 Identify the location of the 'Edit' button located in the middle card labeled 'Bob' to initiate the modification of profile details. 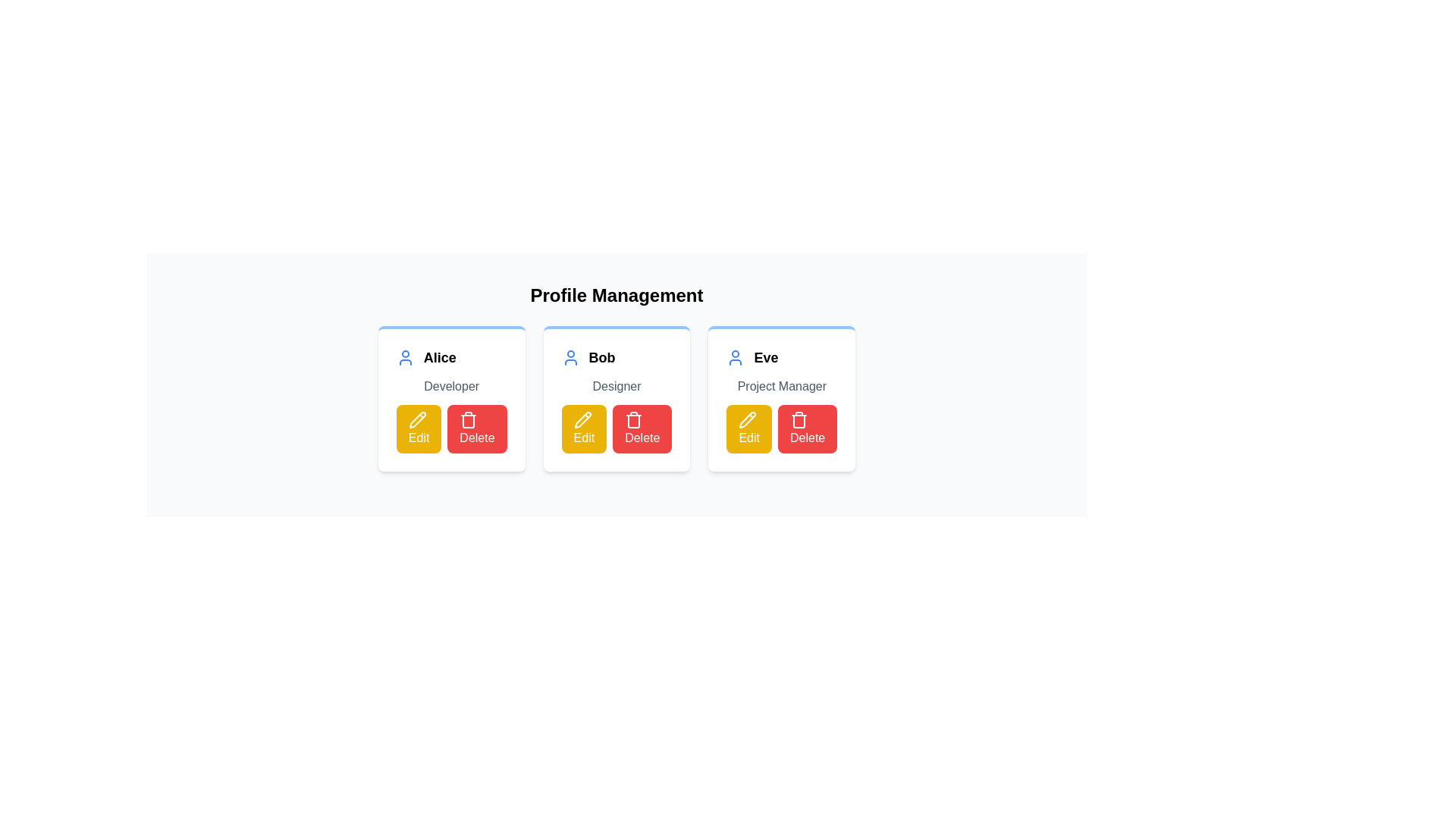
(583, 429).